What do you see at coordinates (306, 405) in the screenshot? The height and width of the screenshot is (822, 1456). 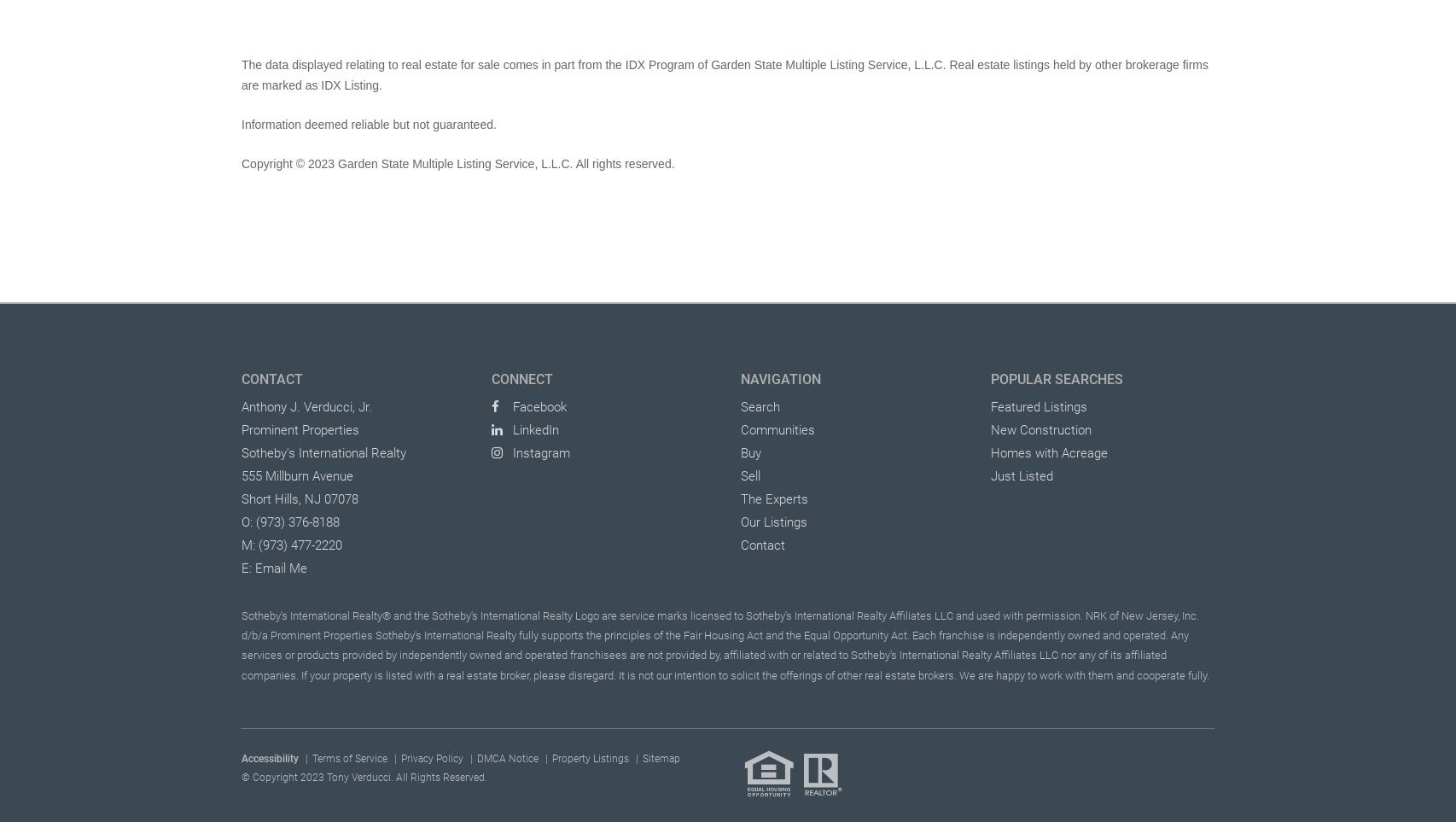 I see `'Anthony J. Verducci, Jr.'` at bounding box center [306, 405].